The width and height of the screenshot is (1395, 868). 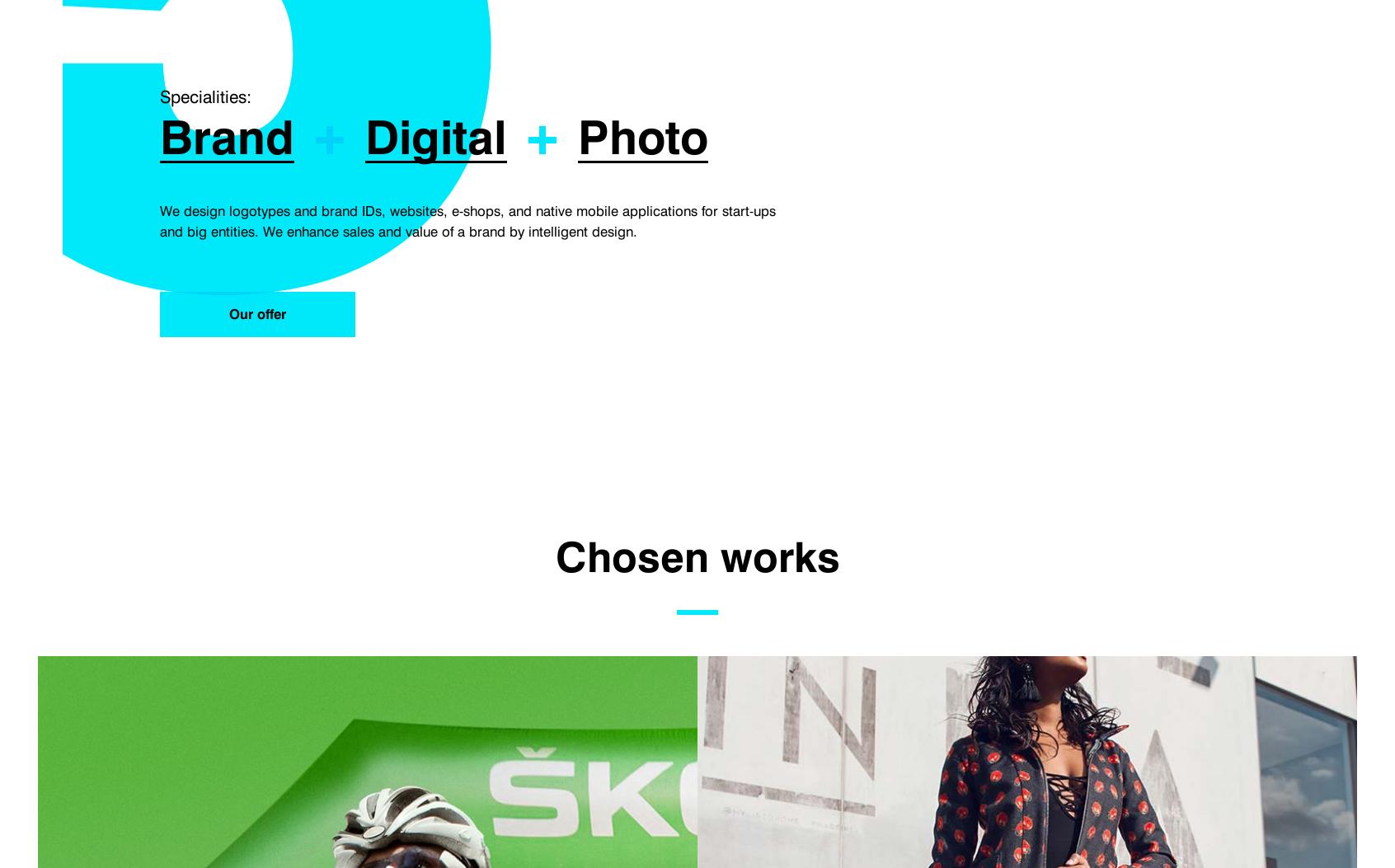 I want to click on 'l', so click(x=492, y=137).